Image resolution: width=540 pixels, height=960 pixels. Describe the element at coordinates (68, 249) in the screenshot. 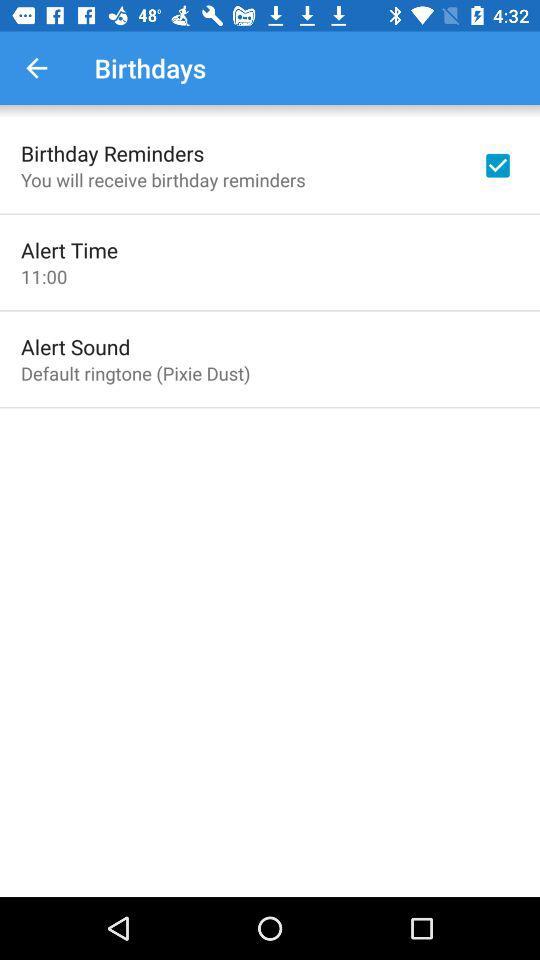

I see `the icon below the you will receive` at that location.